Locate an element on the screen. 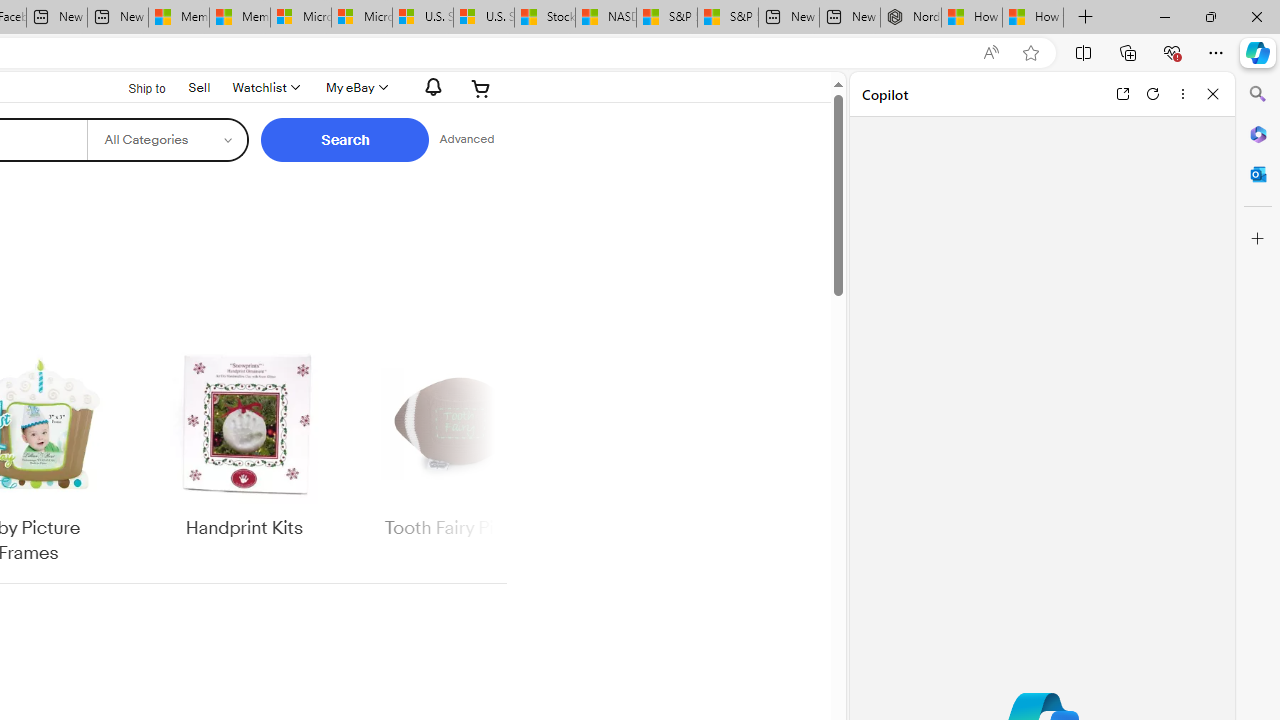 This screenshot has width=1280, height=720. 'Ship to' is located at coordinates (133, 86).